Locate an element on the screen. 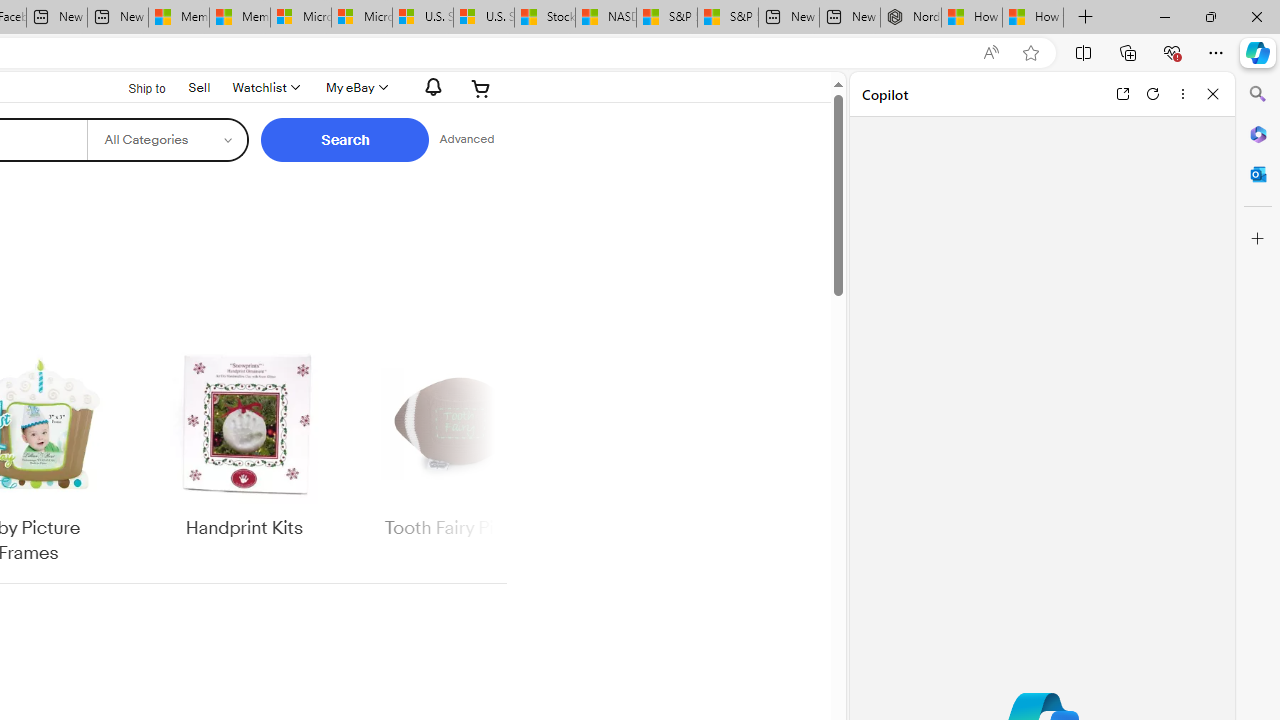 This screenshot has width=1280, height=720. 'Ship to' is located at coordinates (133, 86).